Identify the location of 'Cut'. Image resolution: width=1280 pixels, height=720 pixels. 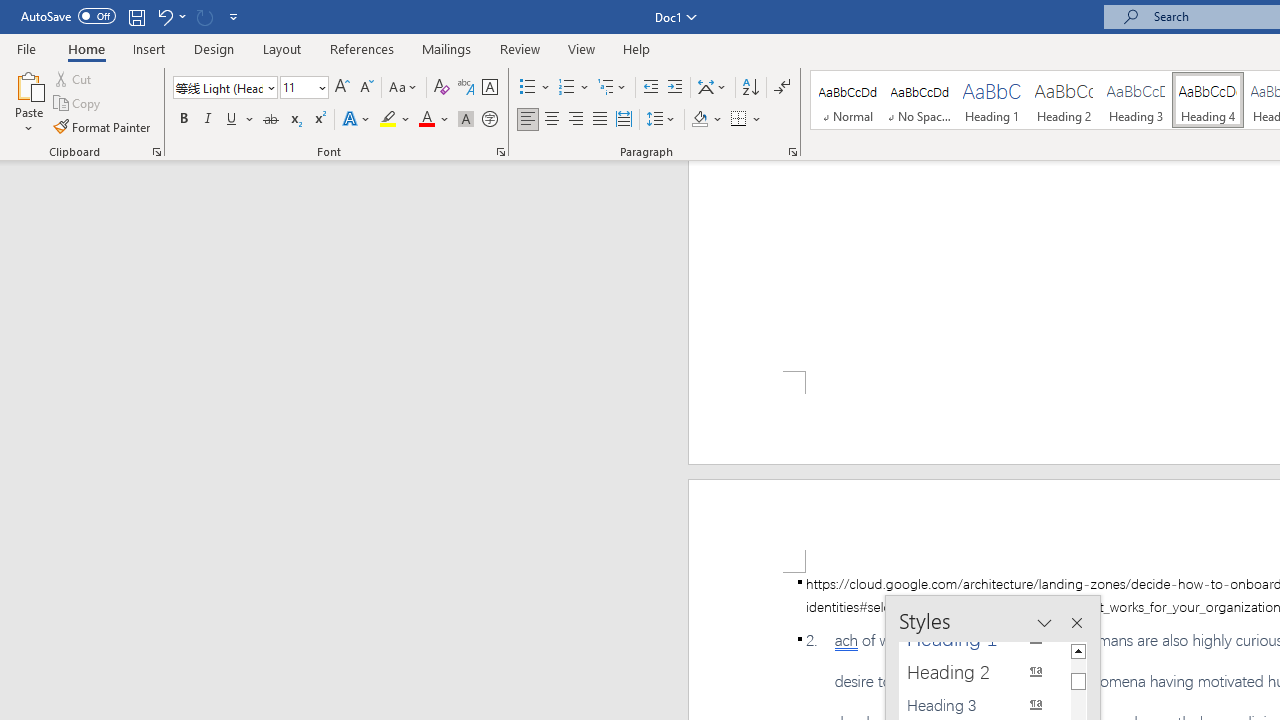
(74, 78).